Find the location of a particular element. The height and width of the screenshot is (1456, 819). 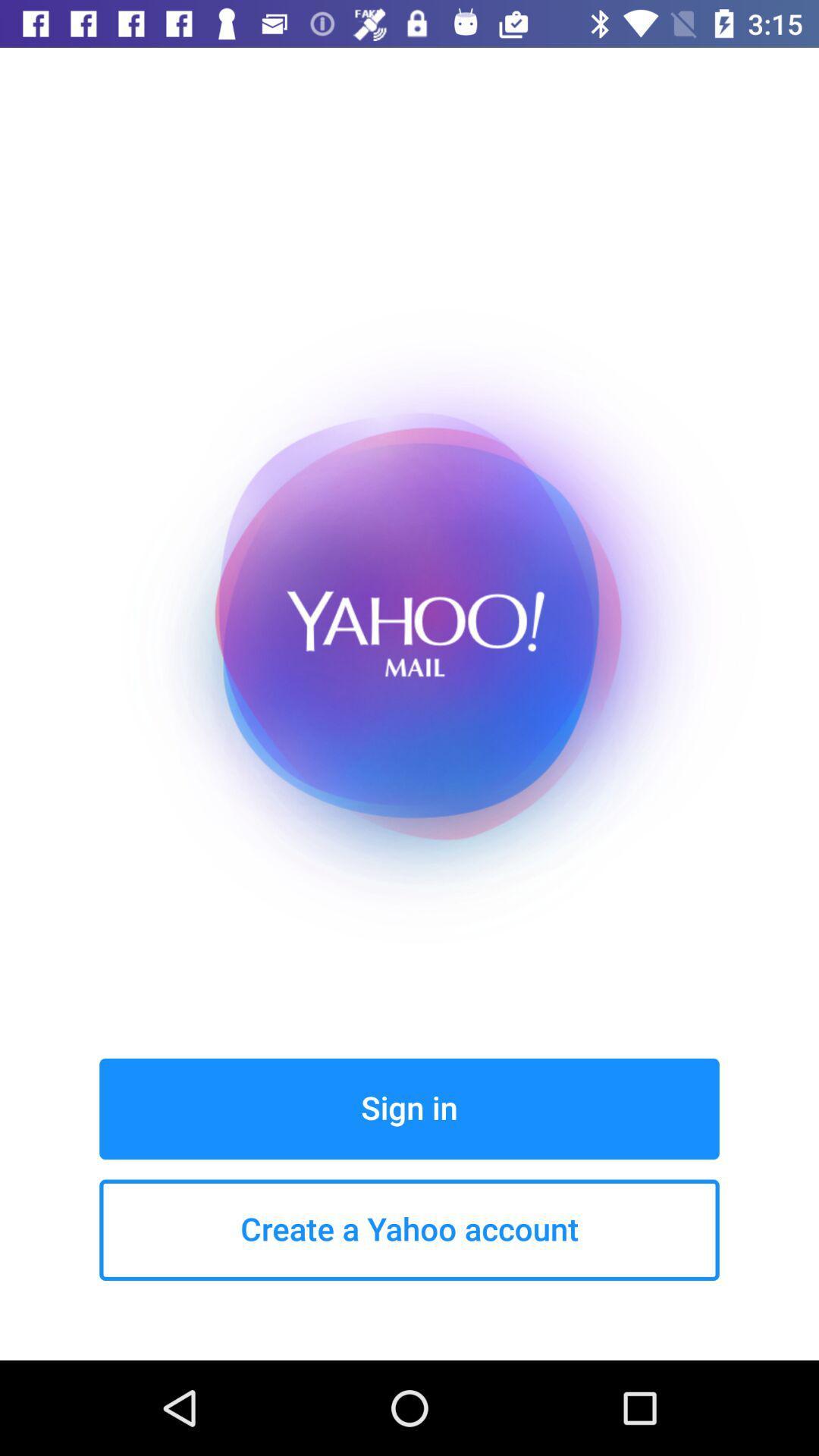

sign in is located at coordinates (409, 1109).